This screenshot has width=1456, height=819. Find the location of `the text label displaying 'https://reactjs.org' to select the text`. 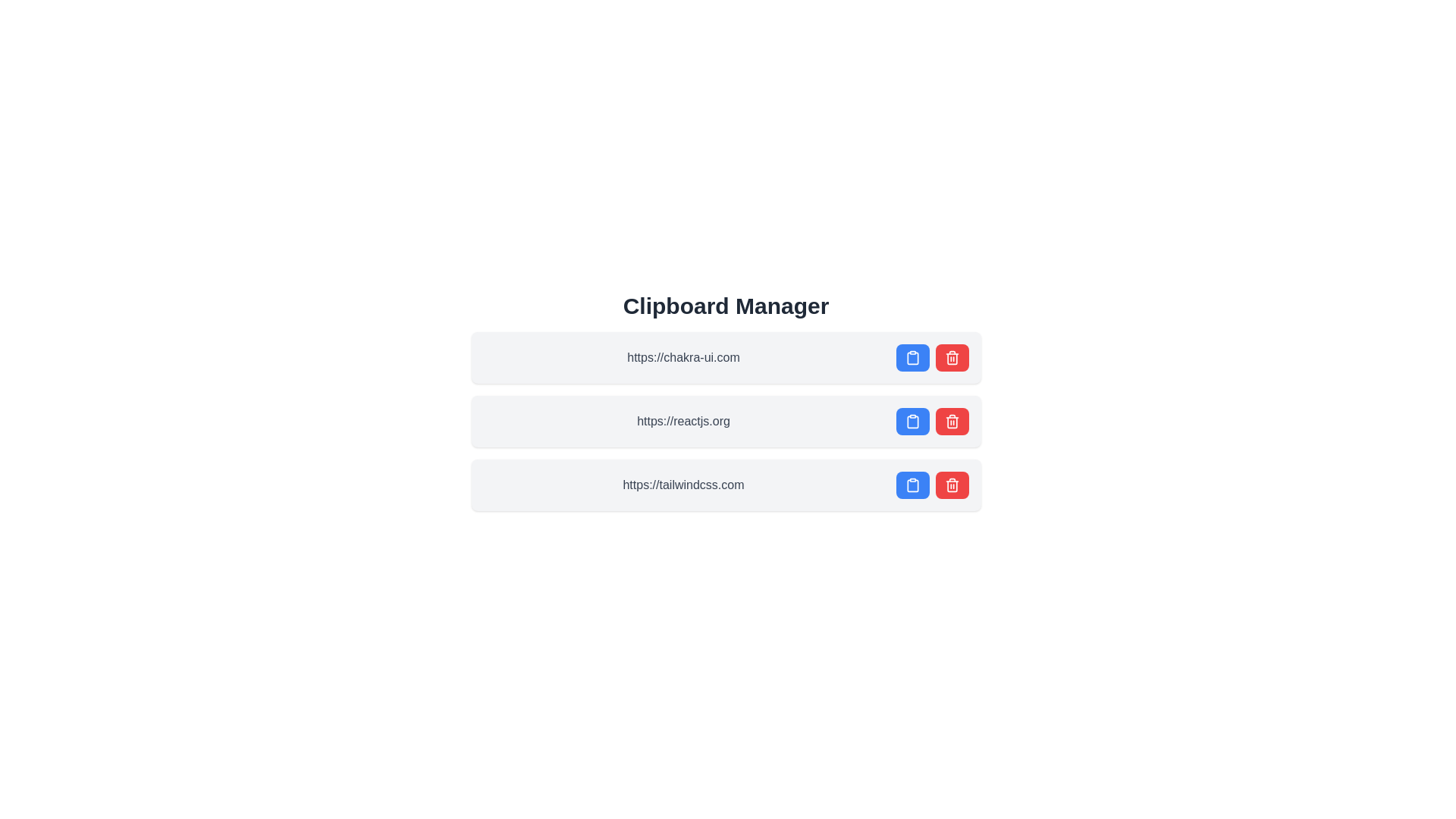

the text label displaying 'https://reactjs.org' to select the text is located at coordinates (682, 421).